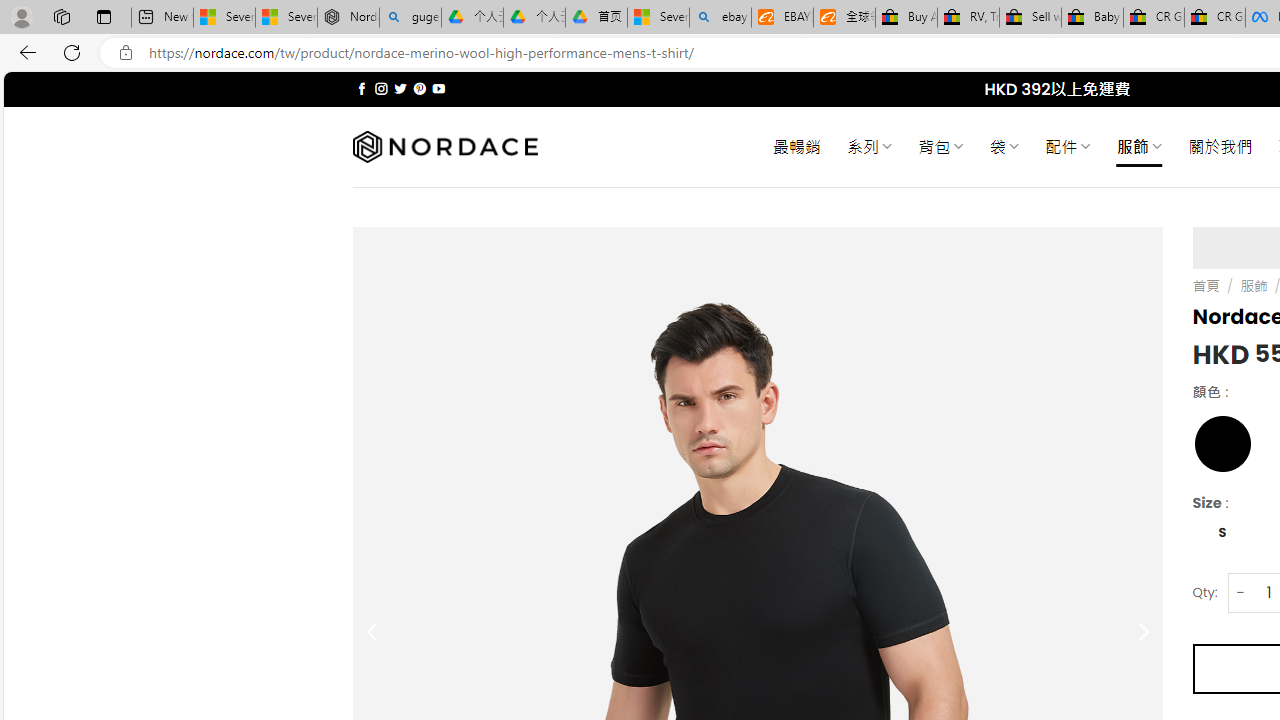 Image resolution: width=1280 pixels, height=720 pixels. What do you see at coordinates (968, 17) in the screenshot?
I see `'RV, Trailer & Camper Steps & Ladders for sale | eBay'` at bounding box center [968, 17].